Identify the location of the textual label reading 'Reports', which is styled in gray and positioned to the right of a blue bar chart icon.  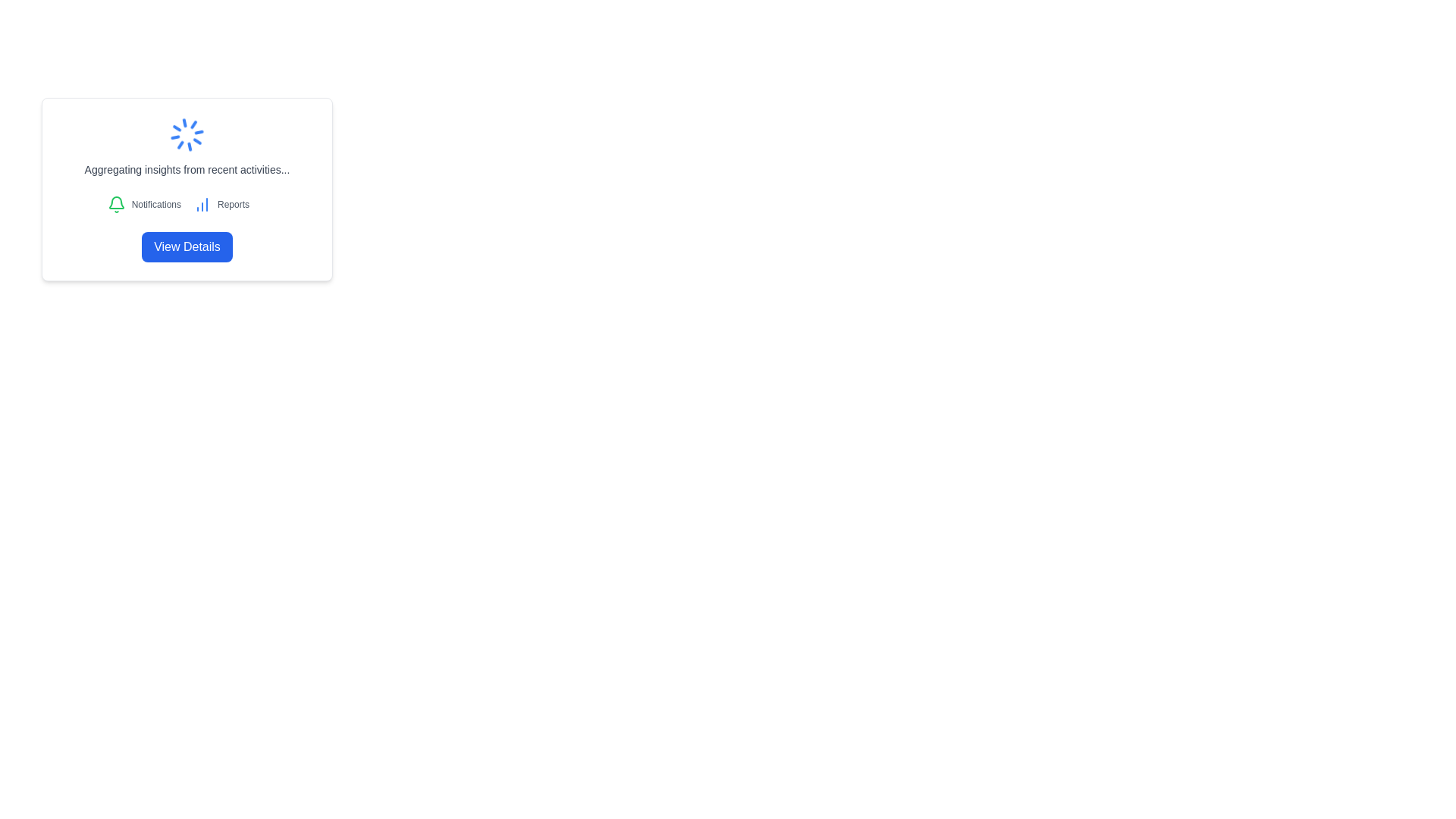
(232, 205).